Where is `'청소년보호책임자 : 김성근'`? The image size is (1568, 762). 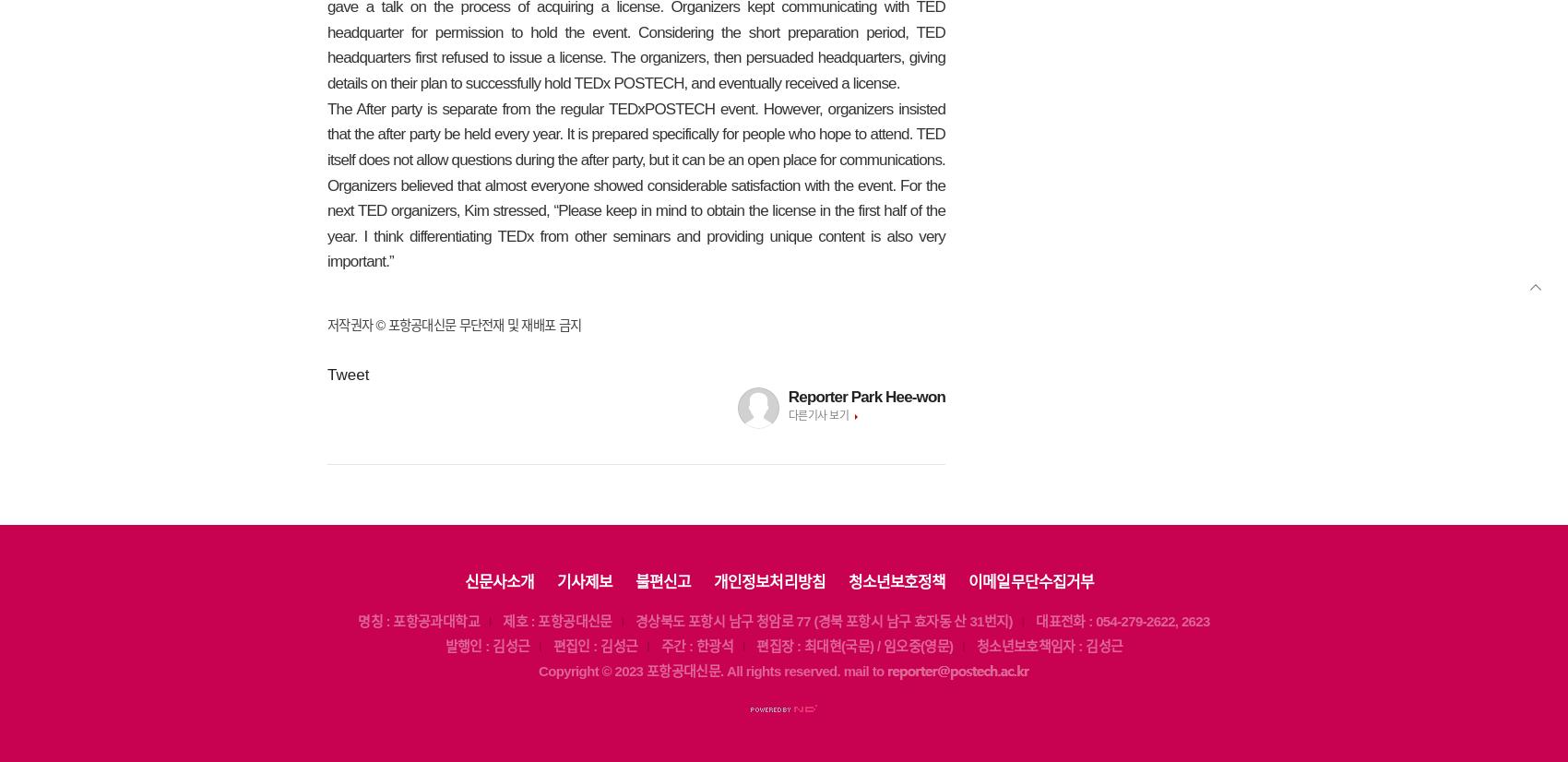 '청소년보호책임자 : 김성근' is located at coordinates (1049, 645).